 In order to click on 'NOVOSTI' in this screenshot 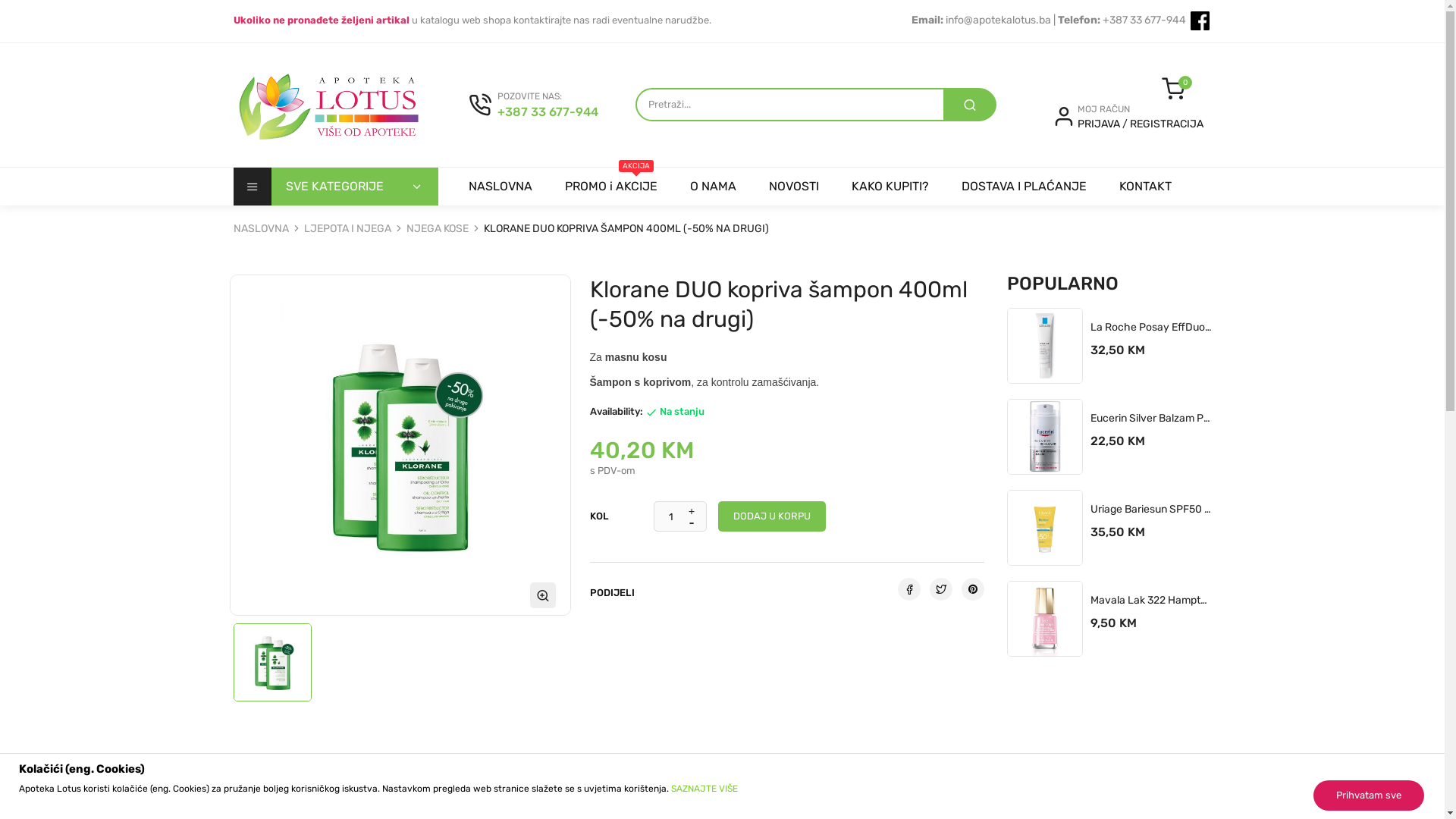, I will do `click(792, 186)`.